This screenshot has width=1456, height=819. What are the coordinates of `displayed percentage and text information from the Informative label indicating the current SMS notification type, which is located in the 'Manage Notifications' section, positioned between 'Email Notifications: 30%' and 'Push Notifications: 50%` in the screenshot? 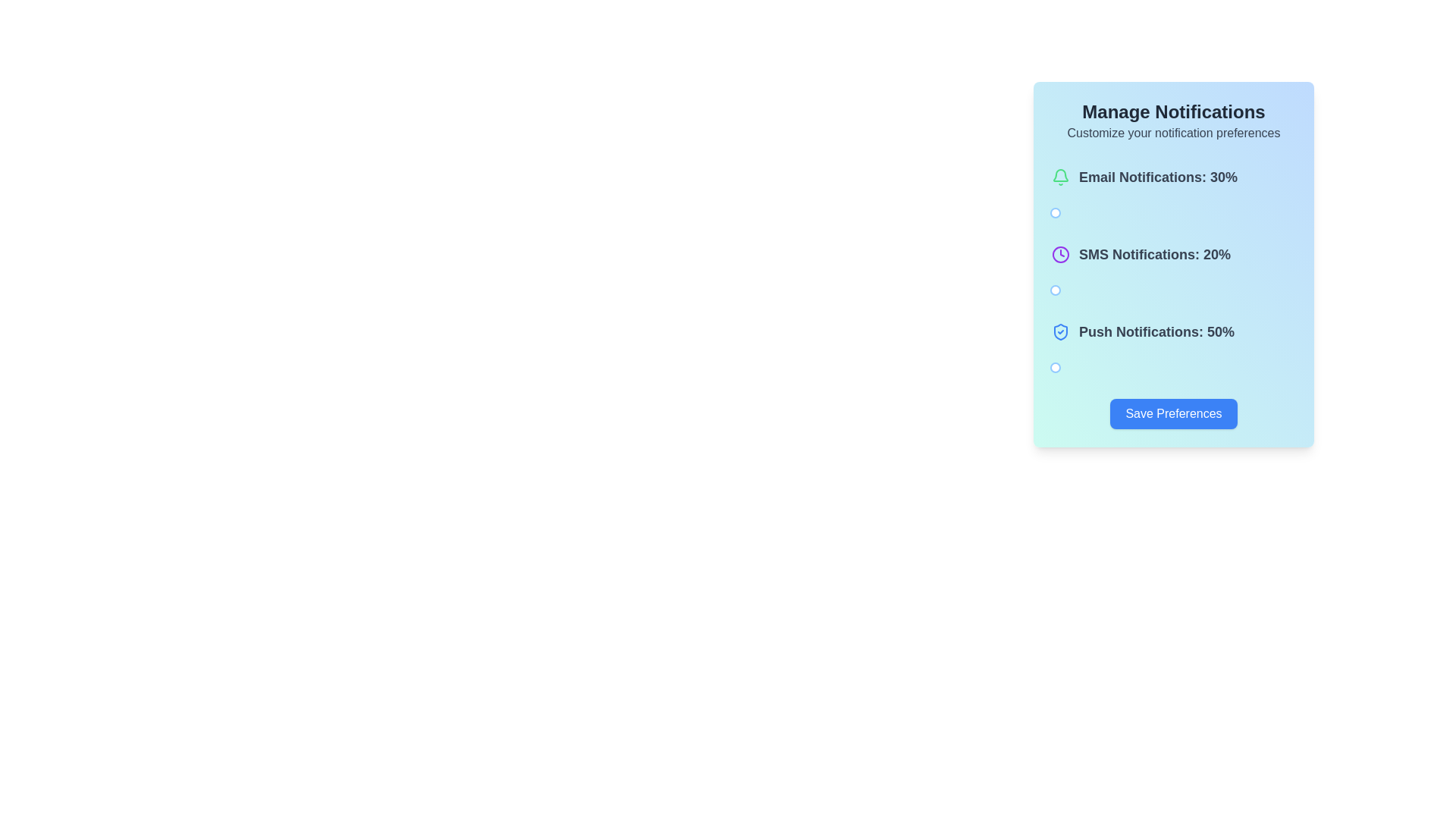 It's located at (1141, 253).